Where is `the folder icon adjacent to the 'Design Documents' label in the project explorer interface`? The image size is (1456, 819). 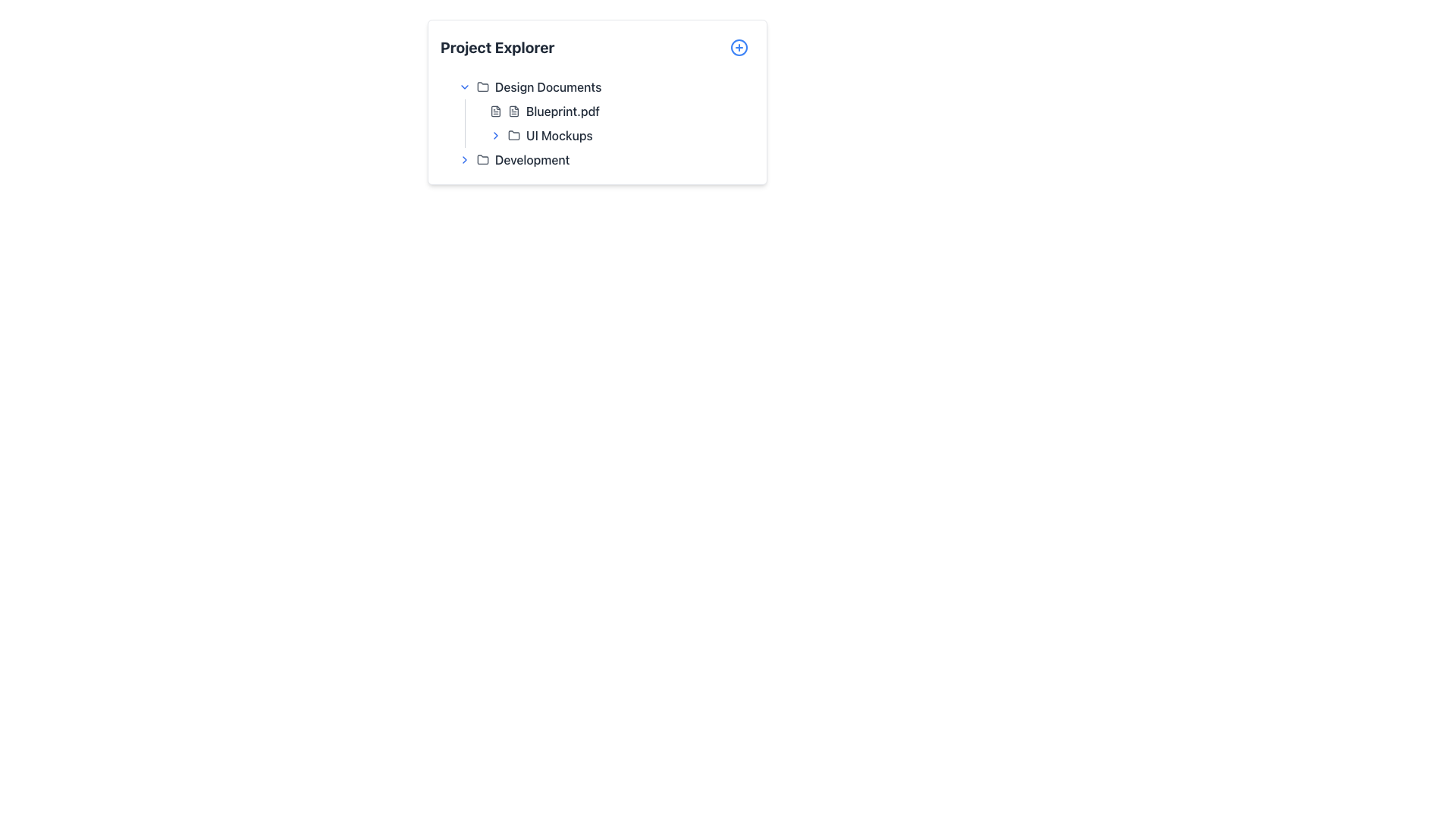
the folder icon adjacent to the 'Design Documents' label in the project explorer interface is located at coordinates (482, 86).